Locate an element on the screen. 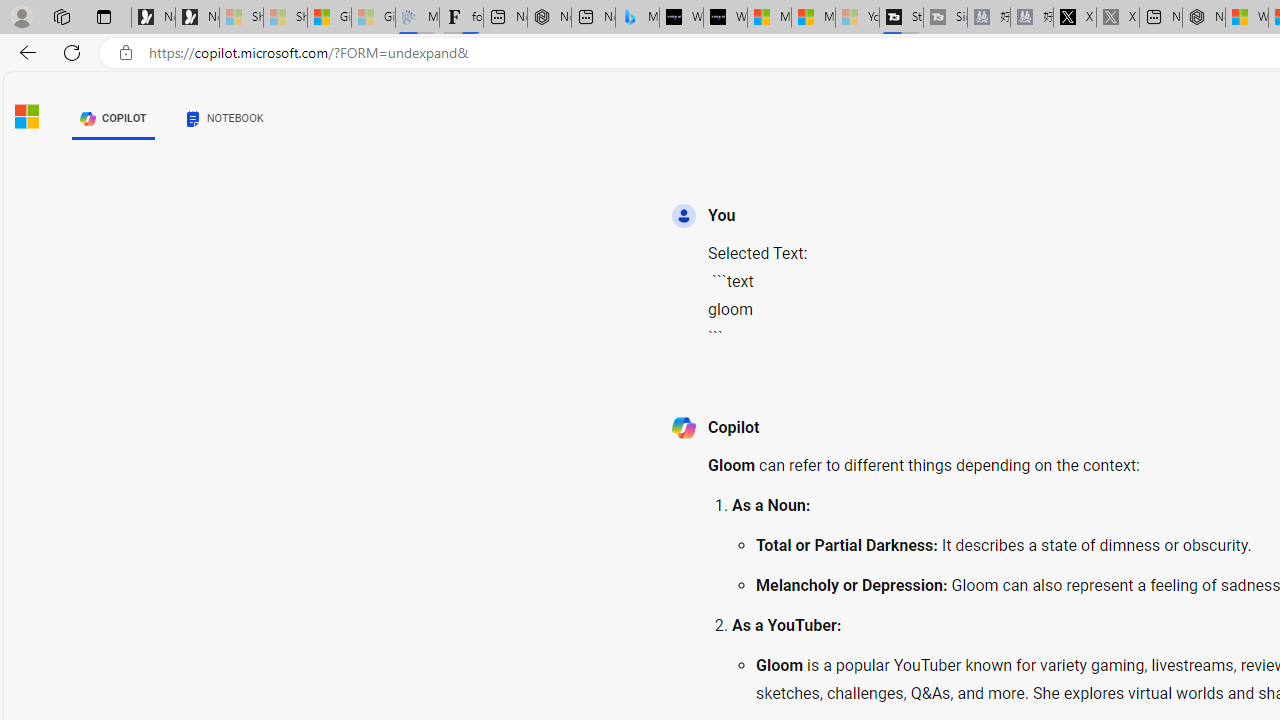 This screenshot has width=1280, height=720. 'COPILOT' is located at coordinates (112, 118).